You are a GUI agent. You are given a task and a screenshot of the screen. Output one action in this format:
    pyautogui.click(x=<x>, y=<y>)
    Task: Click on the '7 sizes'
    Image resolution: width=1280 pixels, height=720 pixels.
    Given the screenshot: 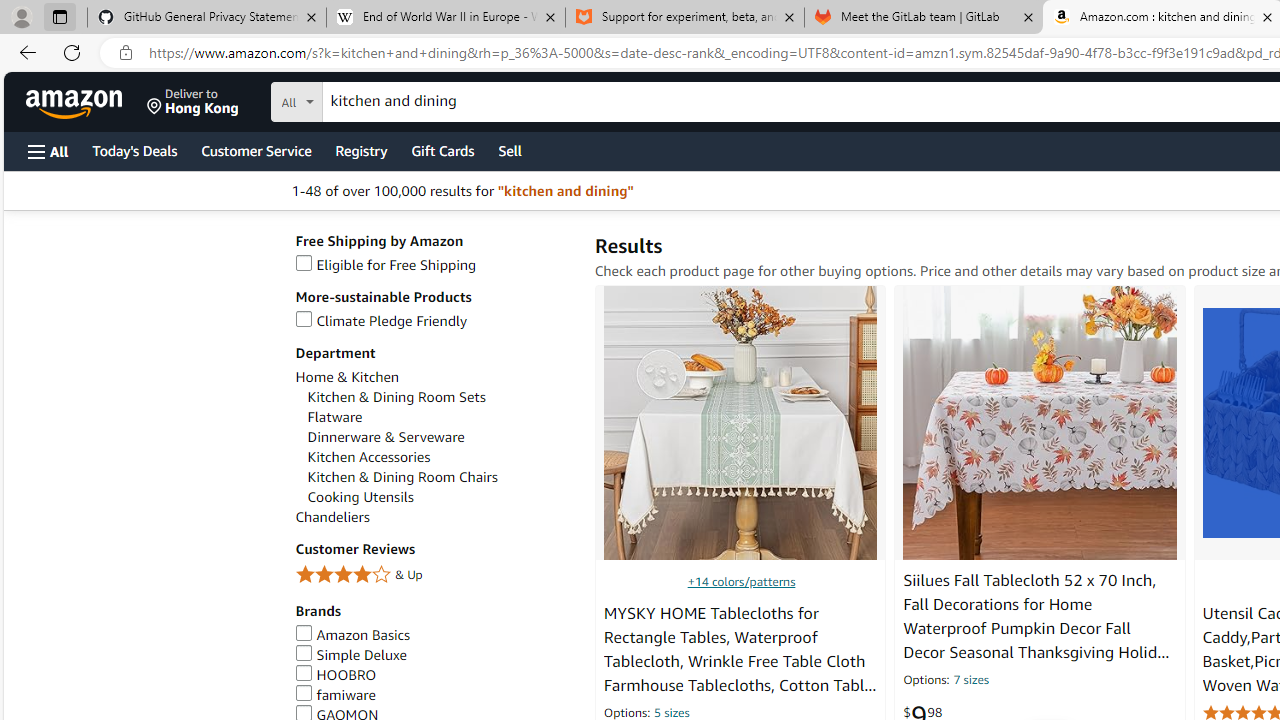 What is the action you would take?
    pyautogui.click(x=970, y=680)
    